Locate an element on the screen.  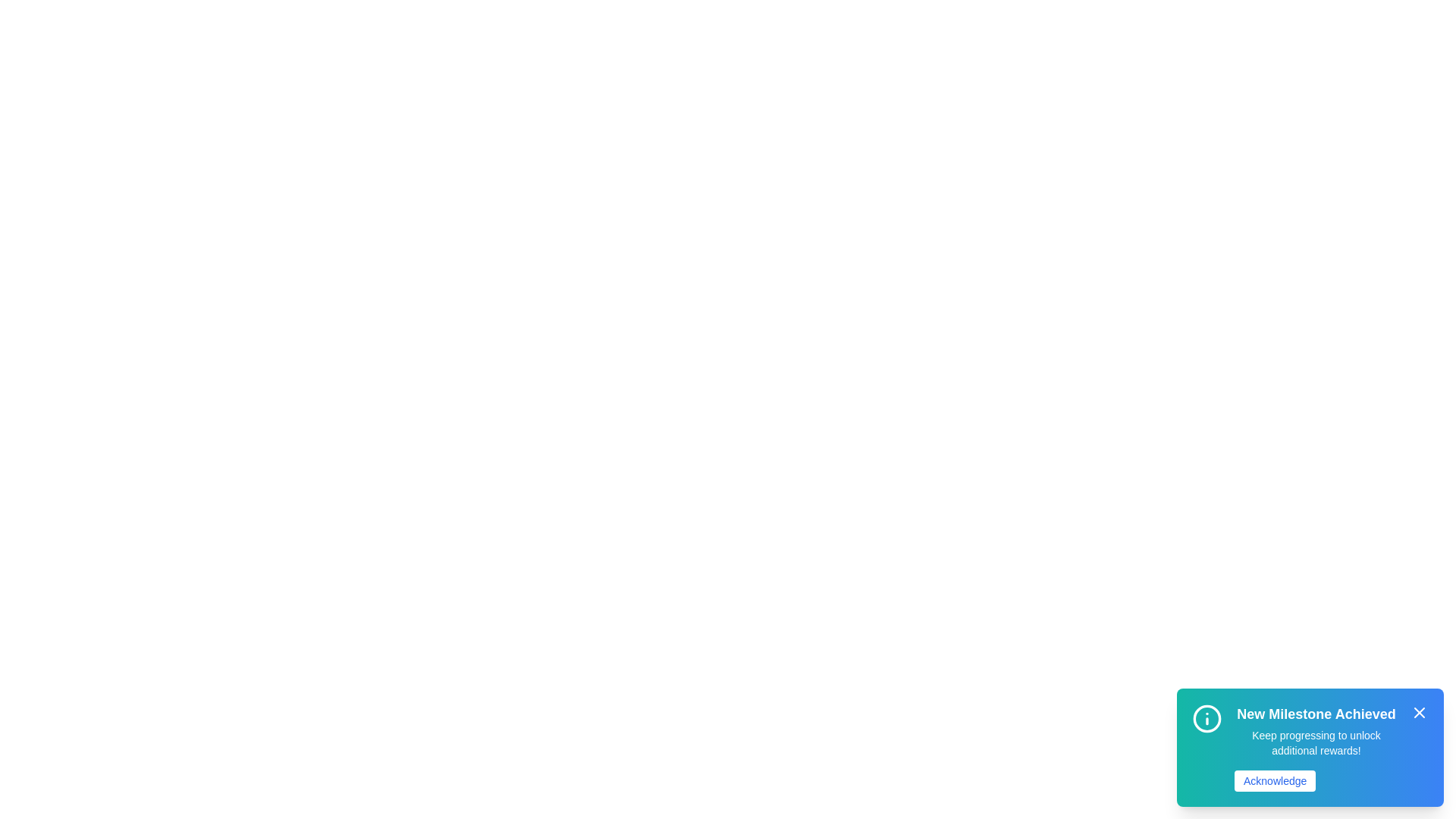
the 'Acknowledge' button to dismiss the notification is located at coordinates (1274, 780).